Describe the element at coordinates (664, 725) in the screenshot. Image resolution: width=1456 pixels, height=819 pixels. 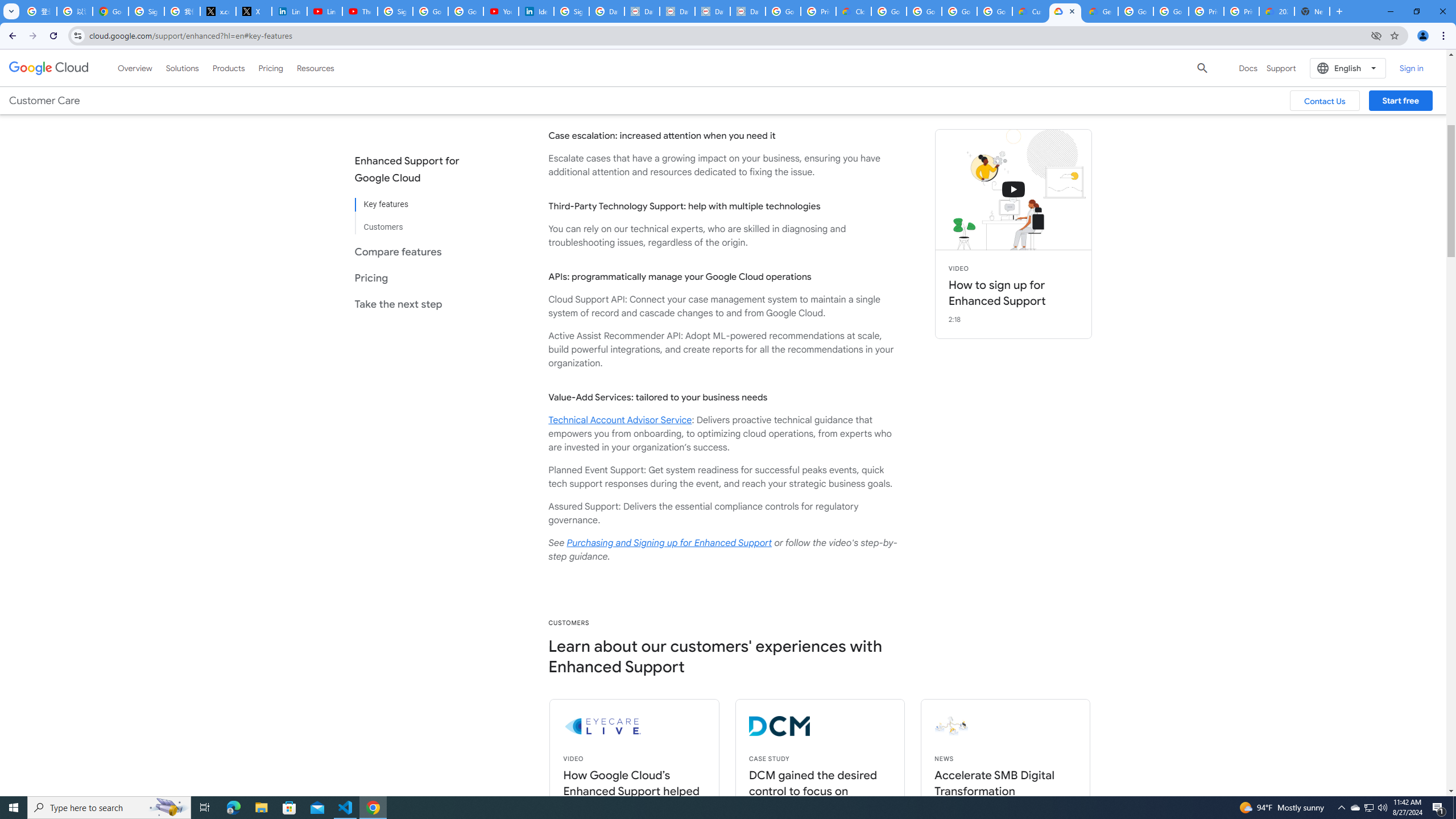
I see `'eyecarelive logo'` at that location.